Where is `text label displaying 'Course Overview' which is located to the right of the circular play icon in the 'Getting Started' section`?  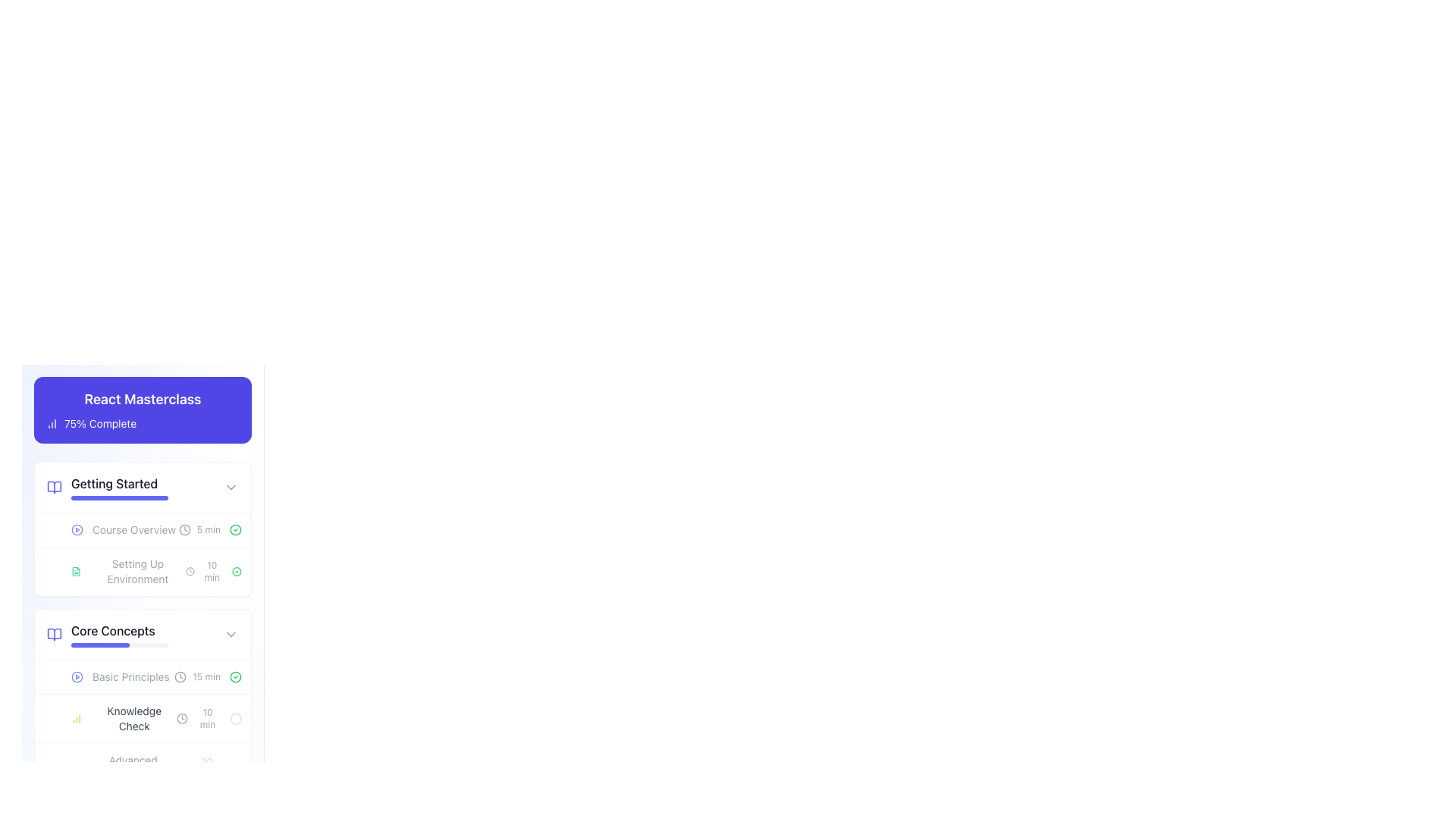 text label displaying 'Course Overview' which is located to the right of the circular play icon in the 'Getting Started' section is located at coordinates (134, 529).